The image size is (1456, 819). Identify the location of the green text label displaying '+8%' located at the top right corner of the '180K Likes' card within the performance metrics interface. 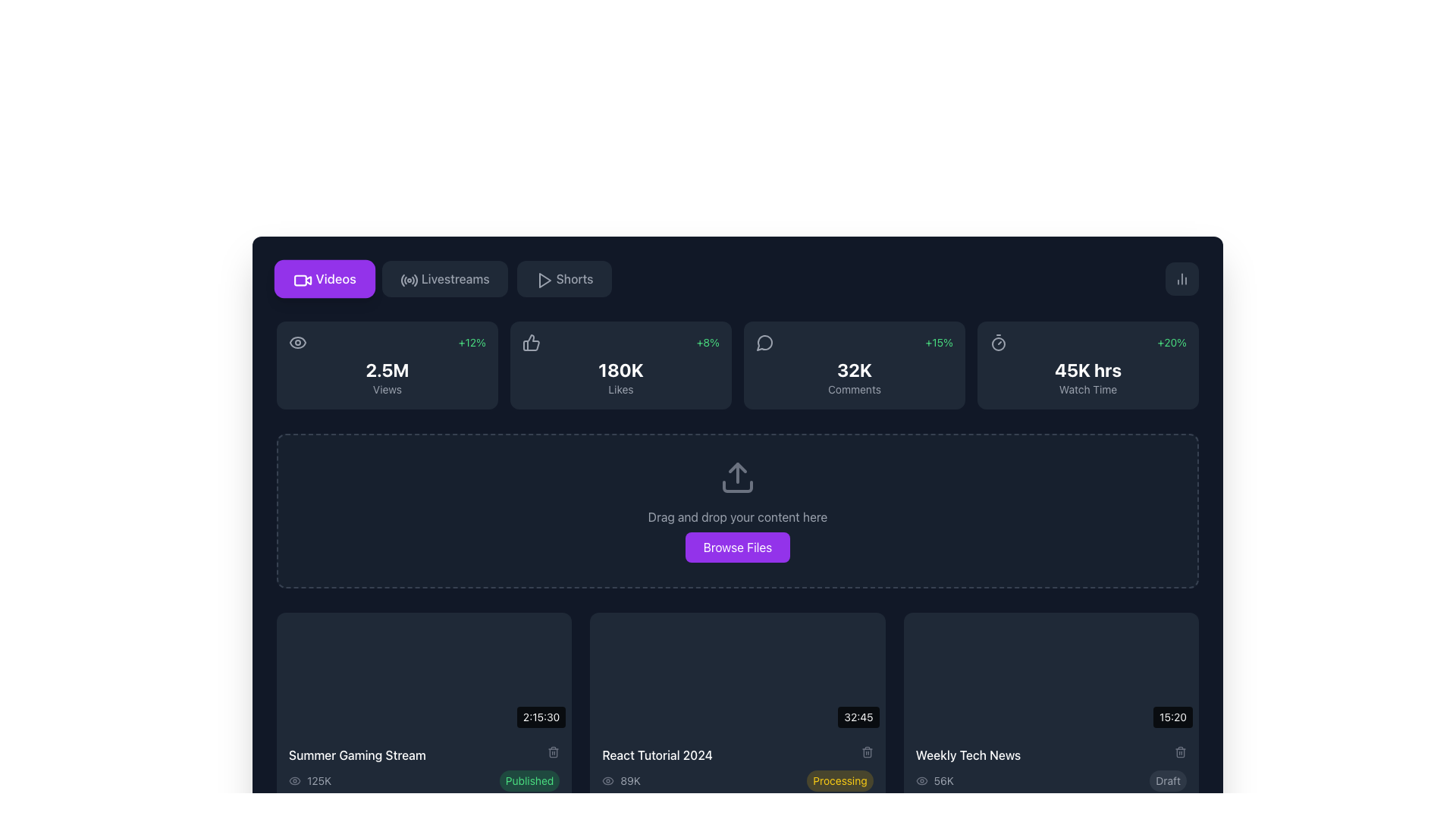
(707, 342).